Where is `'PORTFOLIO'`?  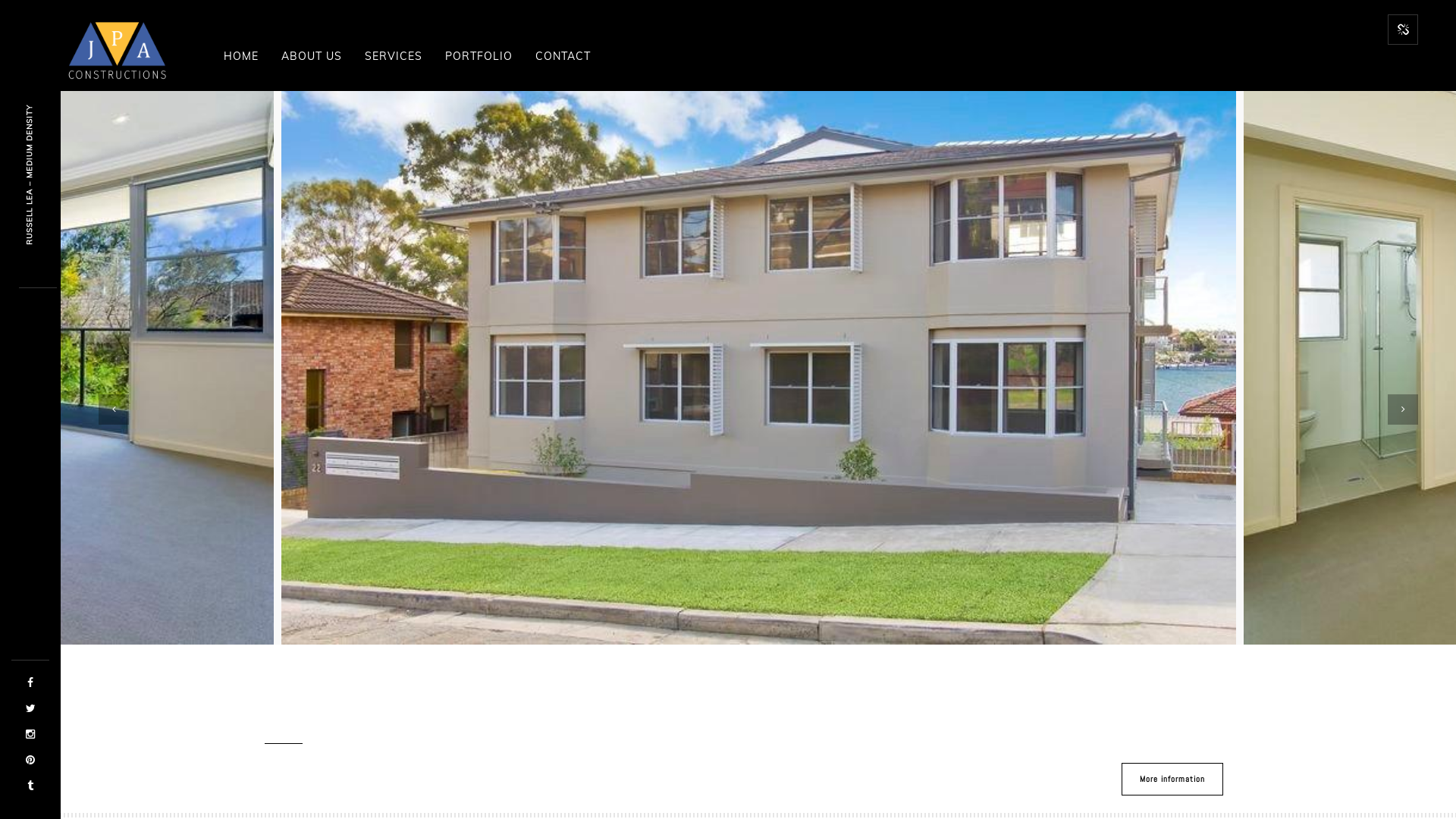 'PORTFOLIO' is located at coordinates (478, 55).